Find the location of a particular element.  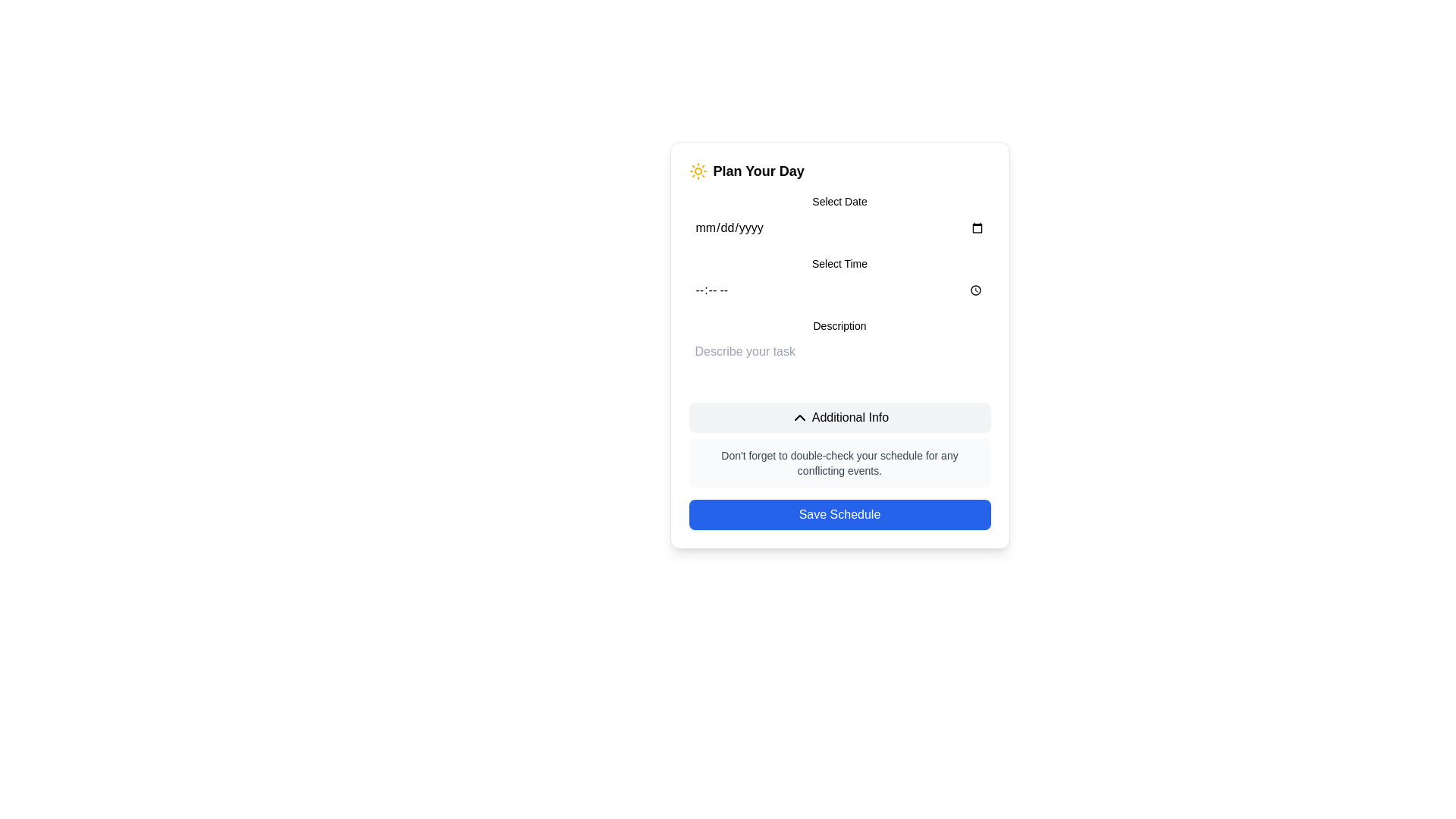

the non-interactive informational message about checking the schedule, which is positioned below the 'Additional Info' button and above the 'Save Schedule' button, centrally aligned with the form is located at coordinates (839, 462).